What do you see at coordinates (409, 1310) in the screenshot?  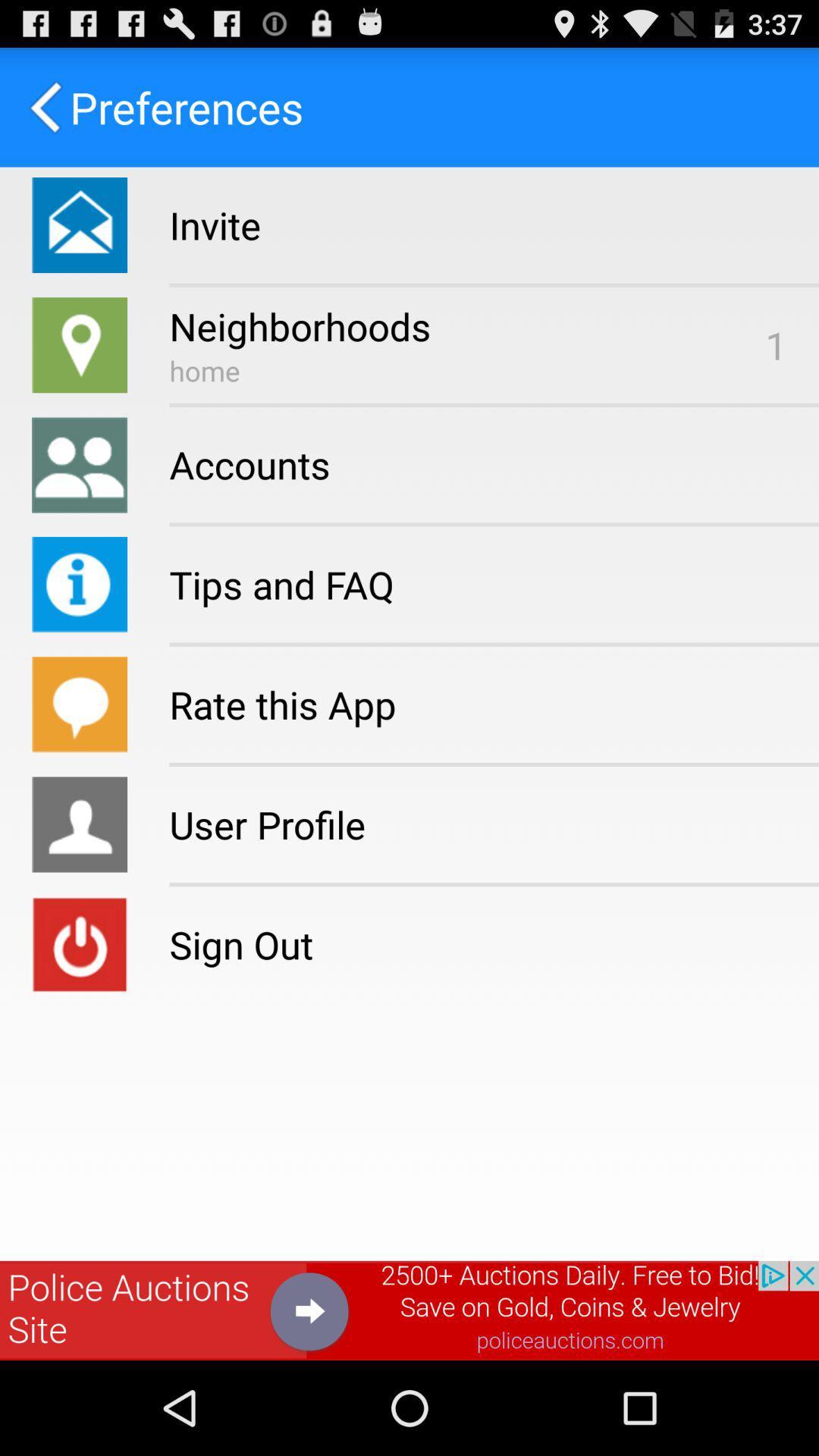 I see `web advertisement` at bounding box center [409, 1310].